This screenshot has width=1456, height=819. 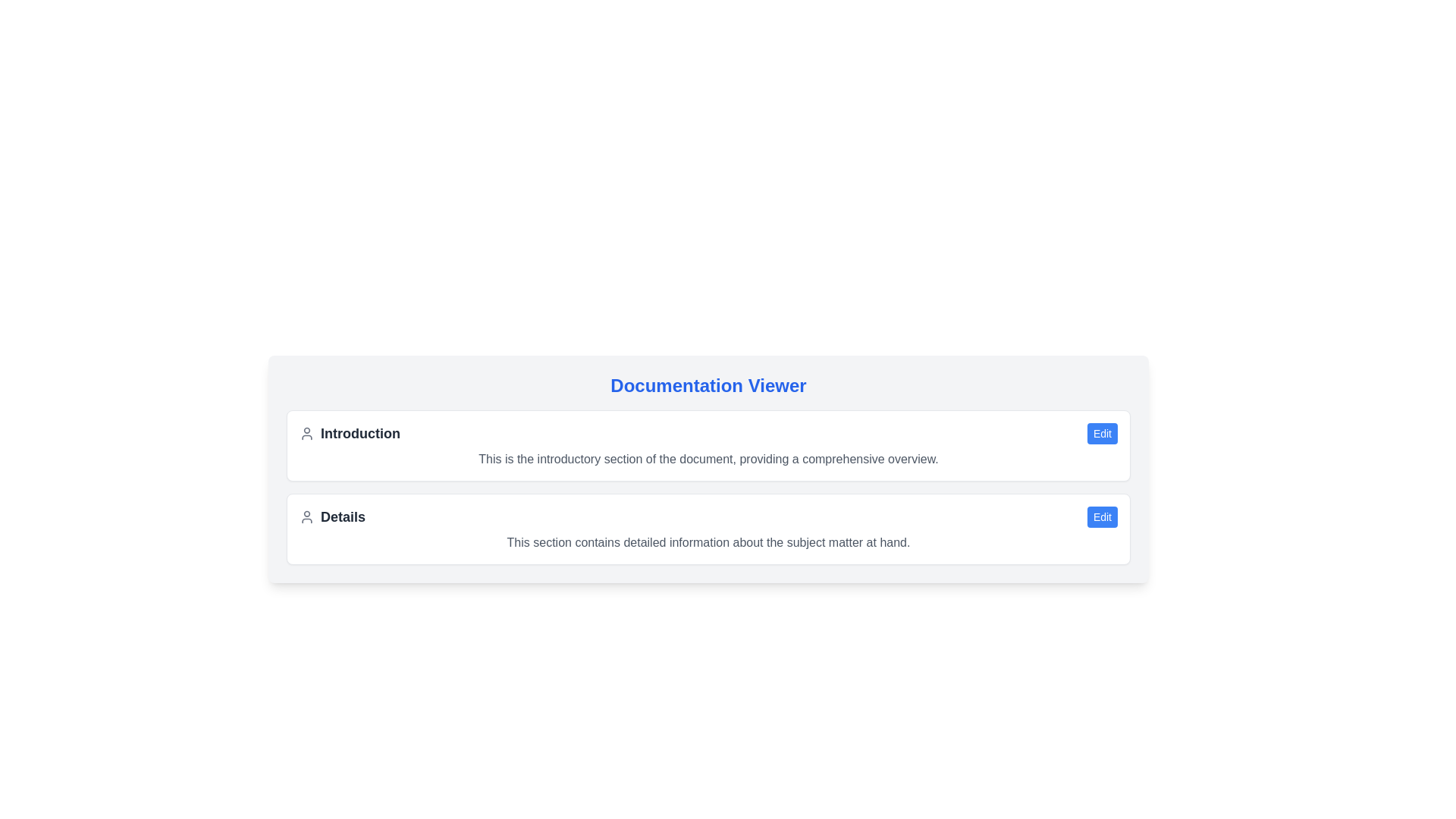 What do you see at coordinates (1103, 516) in the screenshot?
I see `the 'Edit' button located to the far right of the 'Details' section to initiate editing` at bounding box center [1103, 516].